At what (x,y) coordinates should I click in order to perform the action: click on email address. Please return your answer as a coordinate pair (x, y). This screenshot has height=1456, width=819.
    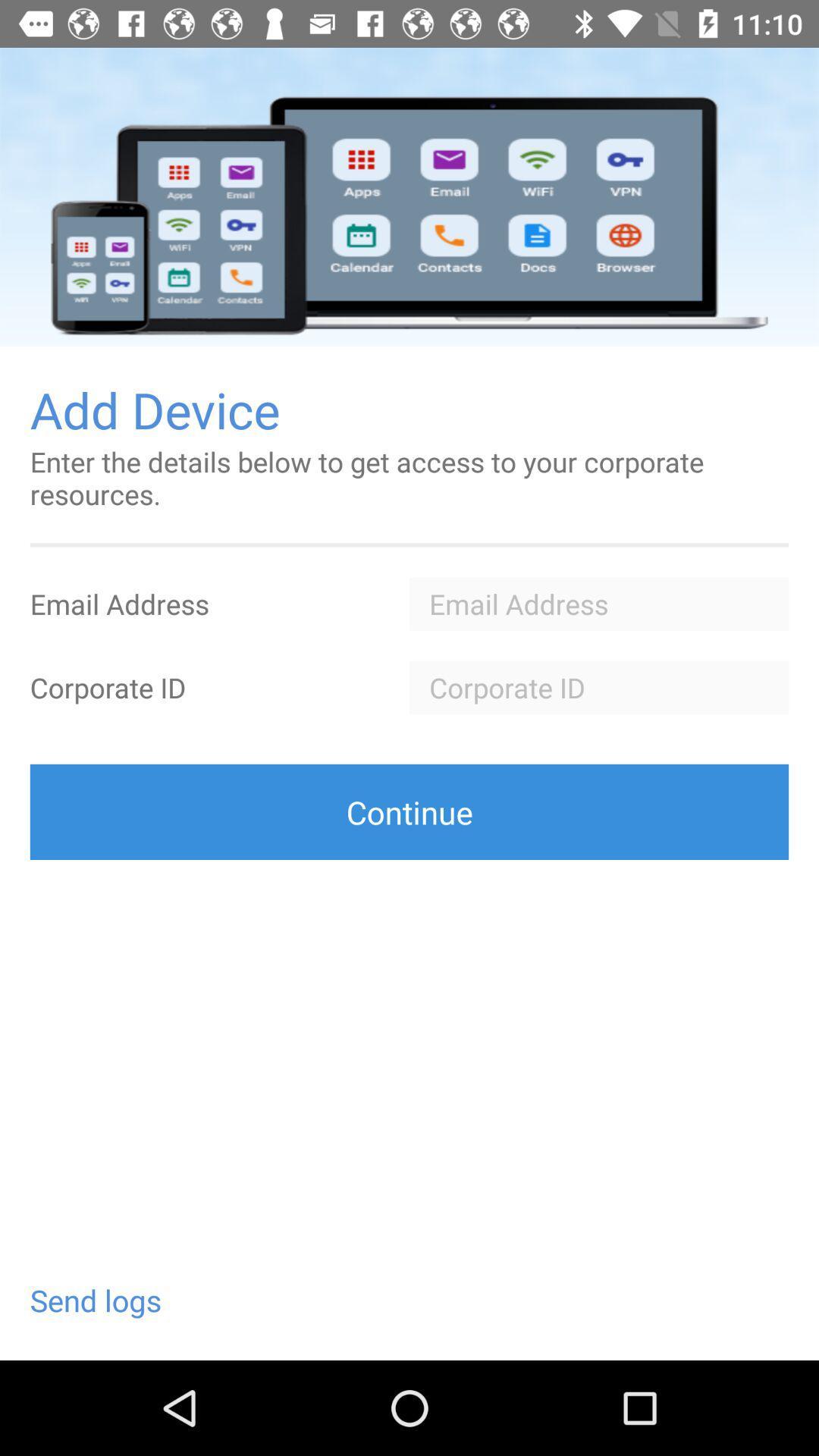
    Looking at the image, I should click on (598, 603).